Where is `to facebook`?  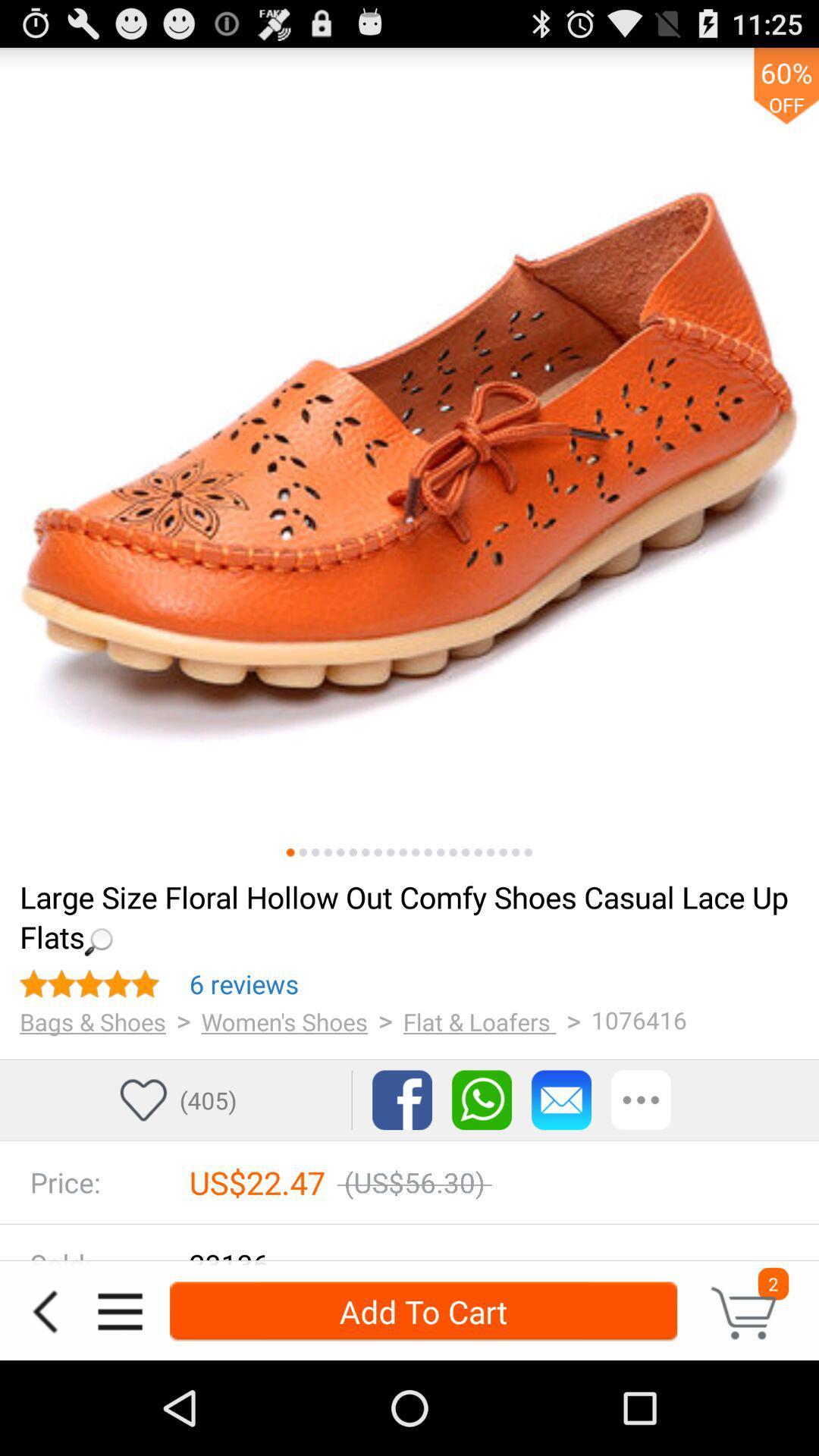
to facebook is located at coordinates (401, 1100).